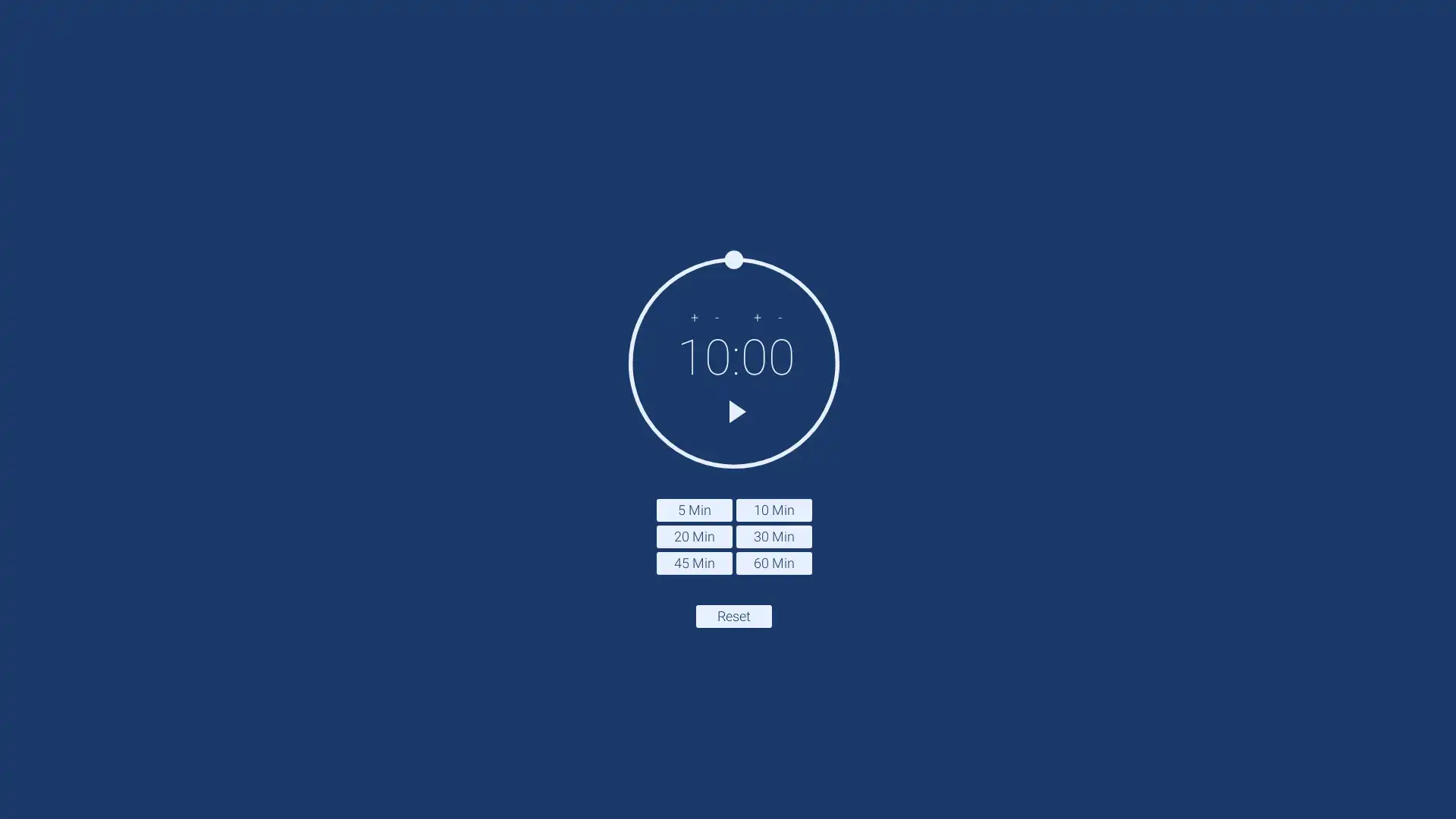 This screenshot has width=1456, height=819. I want to click on 45 Min, so click(693, 562).